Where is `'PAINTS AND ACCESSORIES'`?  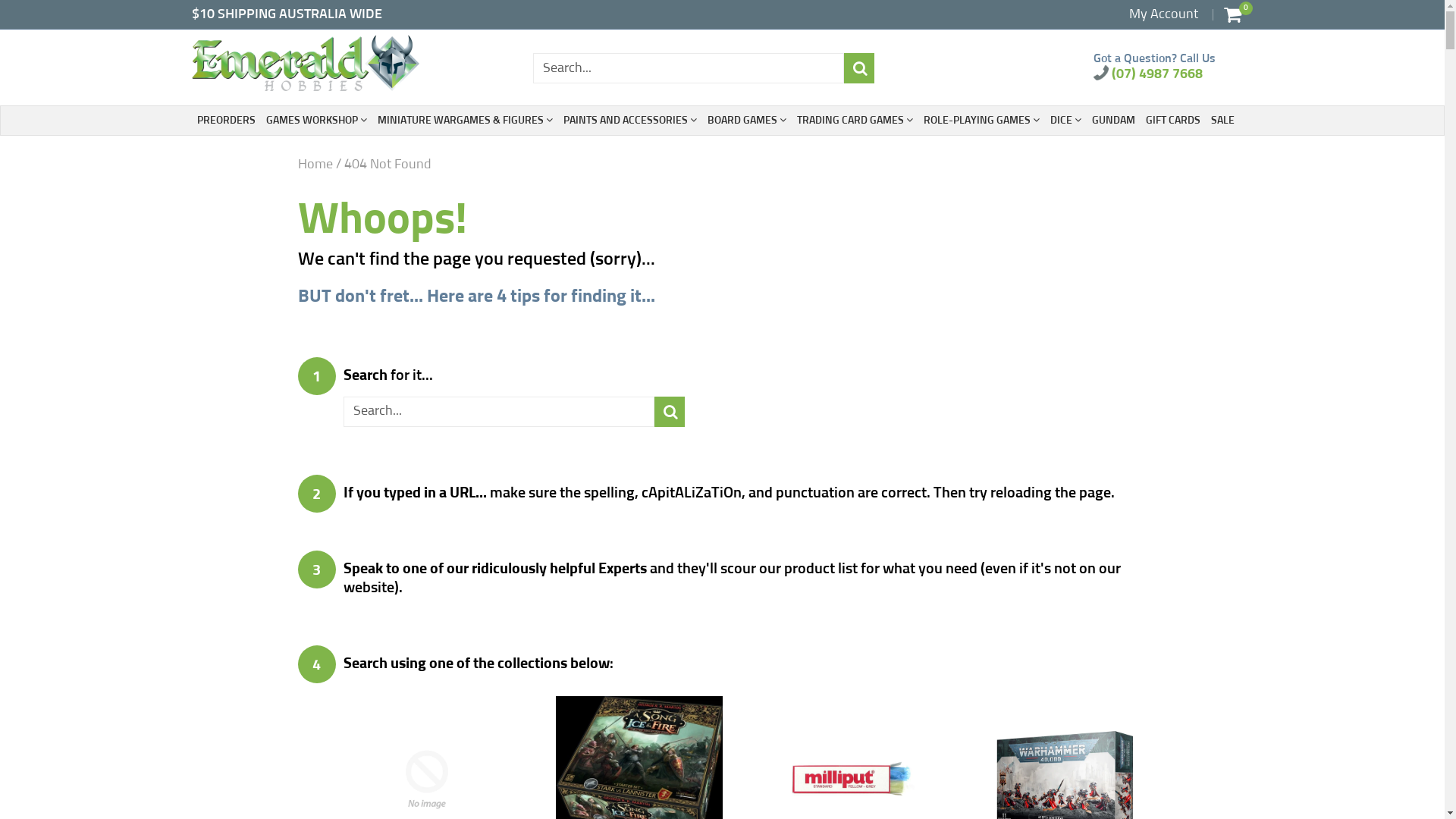 'PAINTS AND ACCESSORIES' is located at coordinates (629, 119).